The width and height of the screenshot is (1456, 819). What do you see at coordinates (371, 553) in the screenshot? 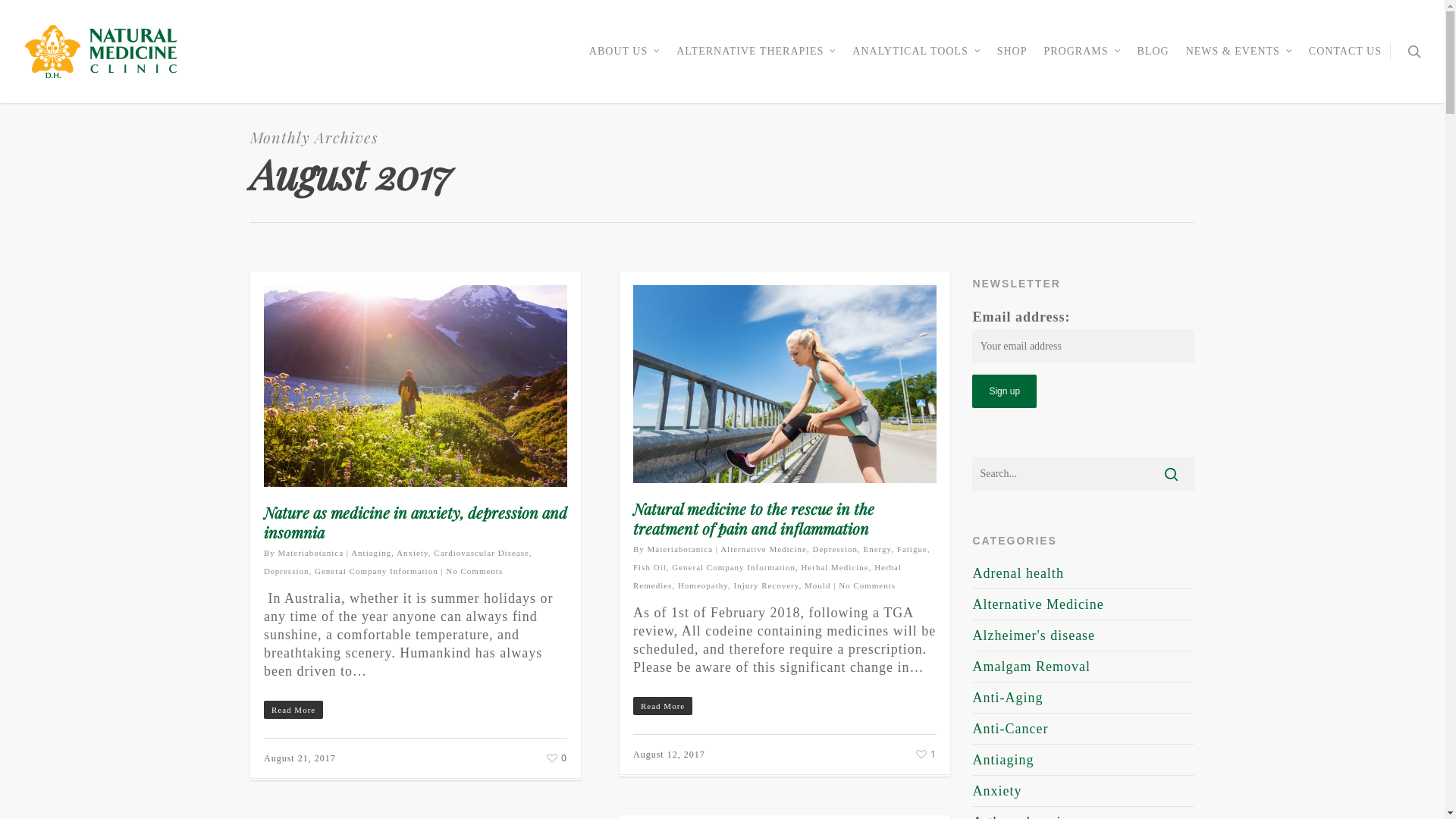
I see `'Antiaging'` at bounding box center [371, 553].